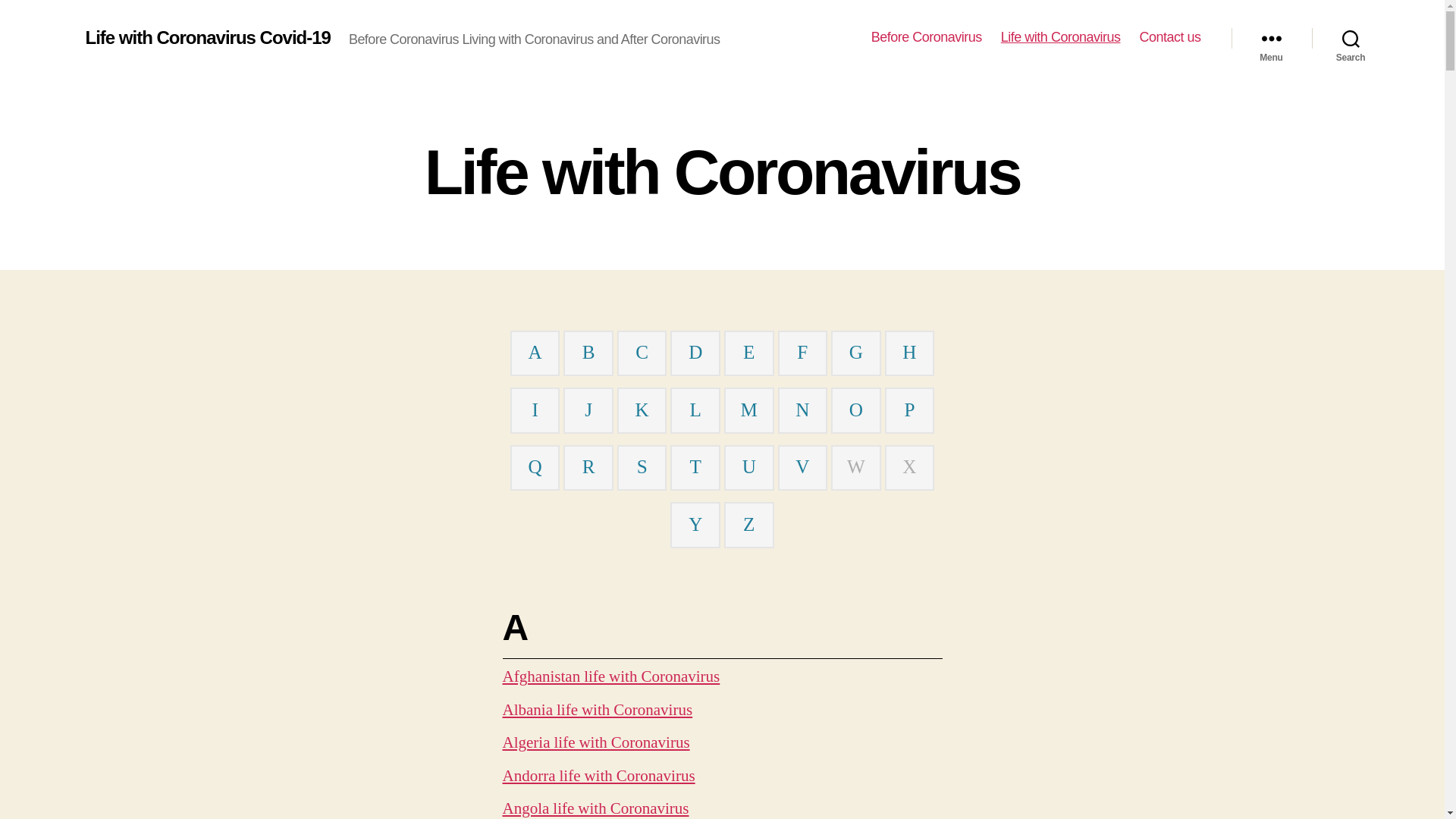 The image size is (1456, 819). I want to click on 'Contact us', so click(1169, 37).